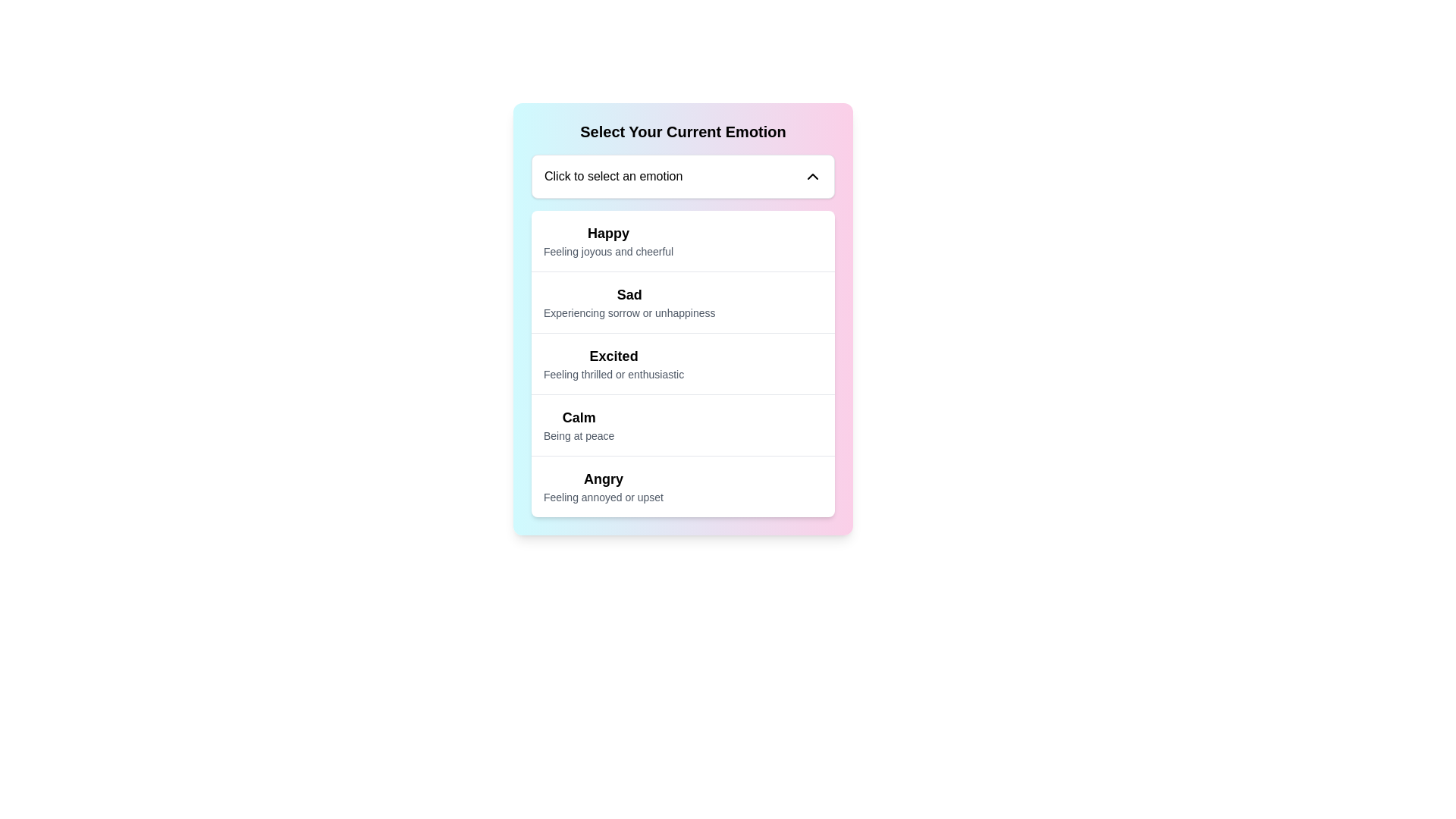  What do you see at coordinates (811, 175) in the screenshot?
I see `the icon aligned to the far right side of the rectangular selection box labeled 'Click to select an emotion'` at bounding box center [811, 175].